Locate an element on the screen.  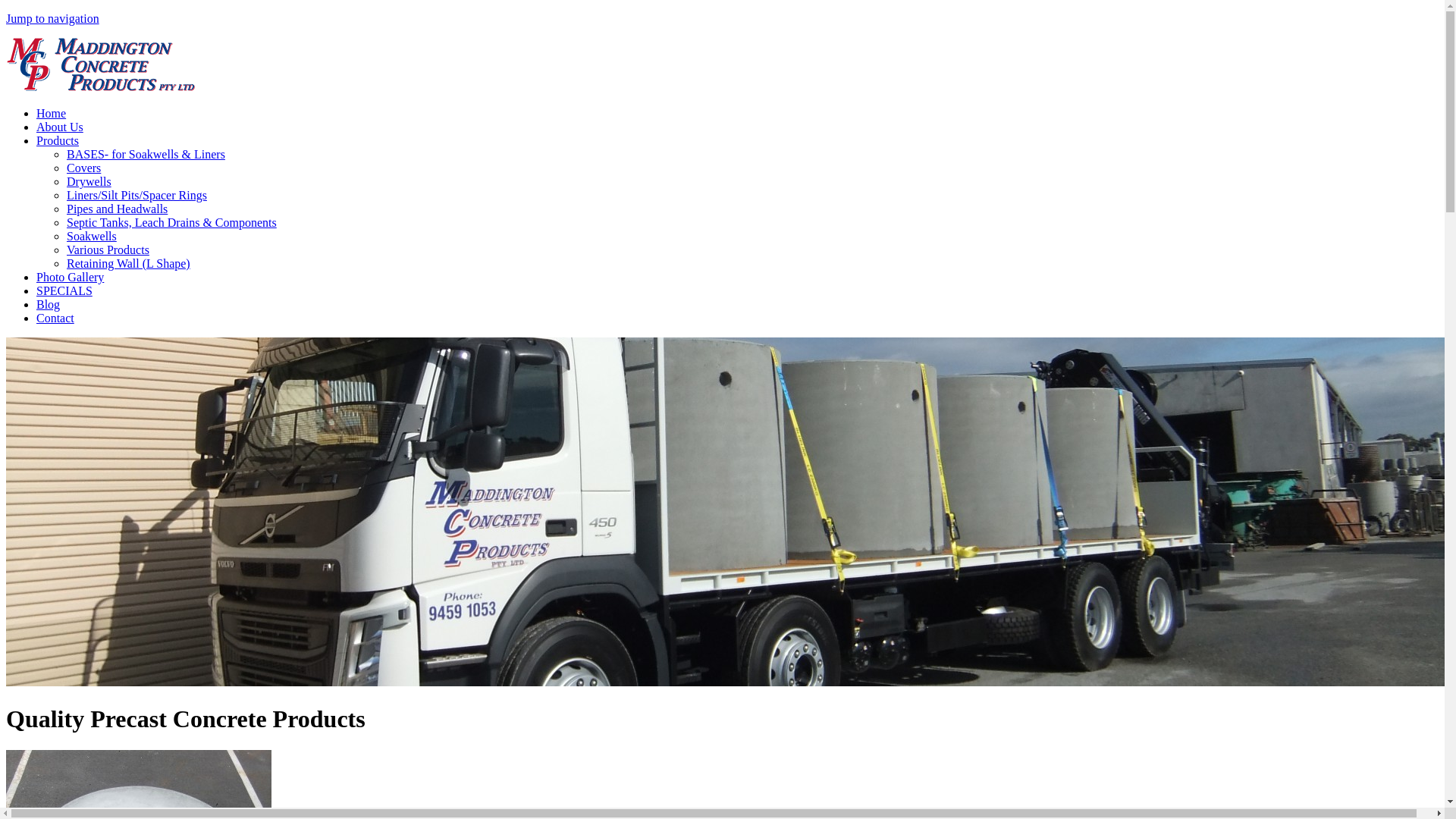
'Various Products' is located at coordinates (107, 249).